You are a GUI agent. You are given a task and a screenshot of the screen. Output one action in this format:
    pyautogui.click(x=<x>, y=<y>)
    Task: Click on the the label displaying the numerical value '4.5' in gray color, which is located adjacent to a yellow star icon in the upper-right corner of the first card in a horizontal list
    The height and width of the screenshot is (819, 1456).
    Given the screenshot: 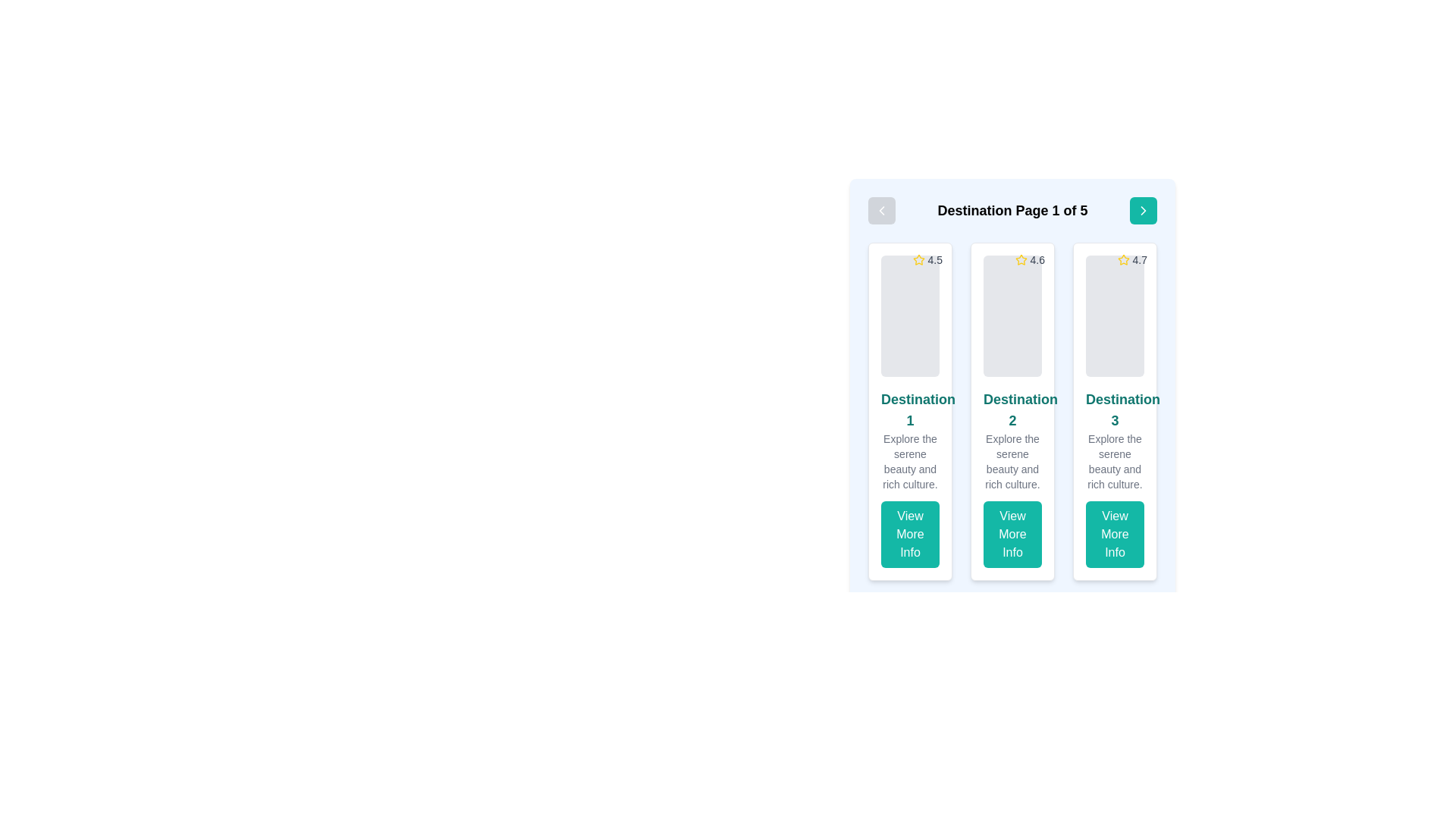 What is the action you would take?
    pyautogui.click(x=934, y=259)
    